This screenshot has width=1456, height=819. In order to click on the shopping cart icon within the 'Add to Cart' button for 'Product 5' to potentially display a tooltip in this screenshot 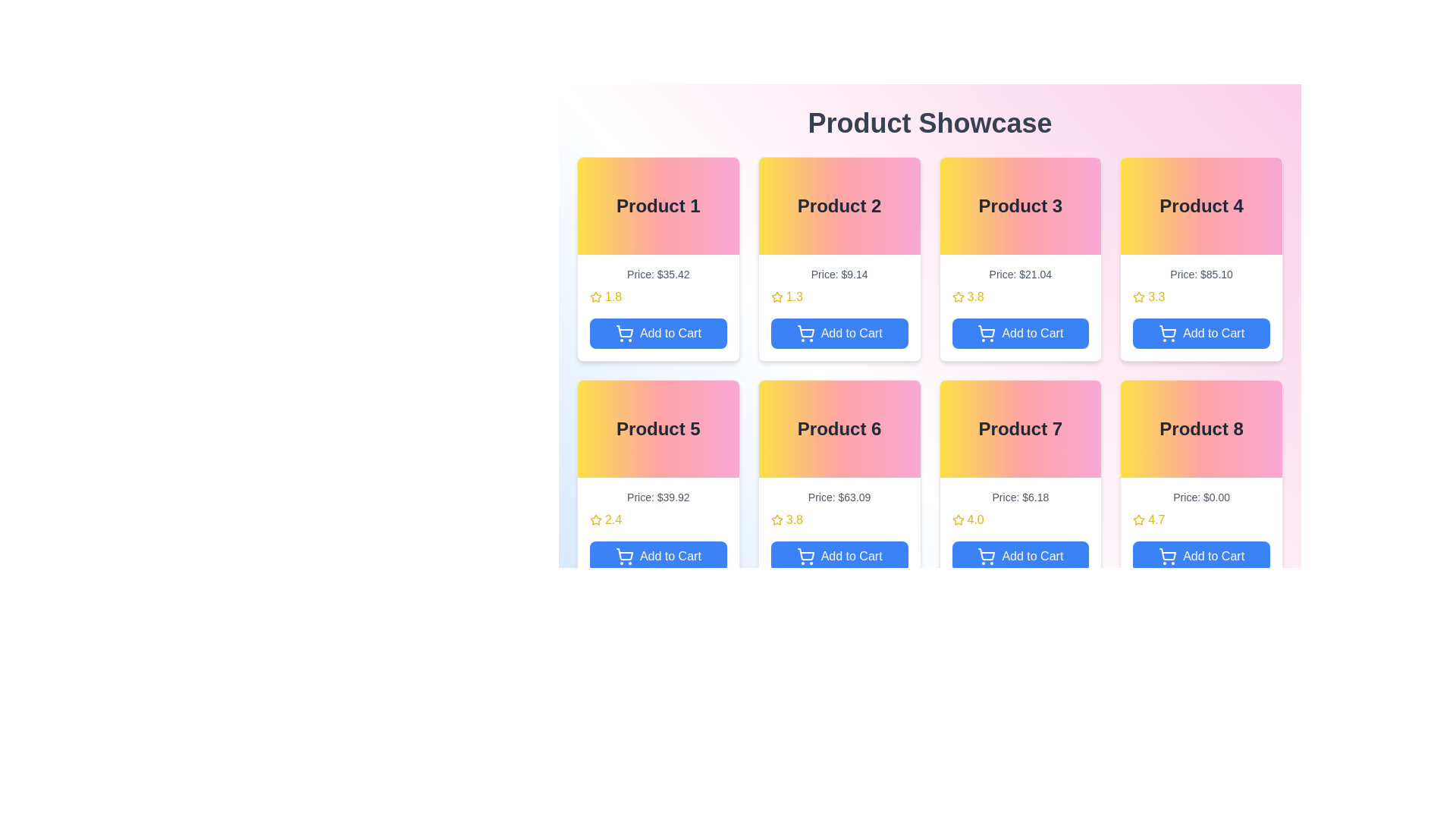, I will do `click(624, 556)`.